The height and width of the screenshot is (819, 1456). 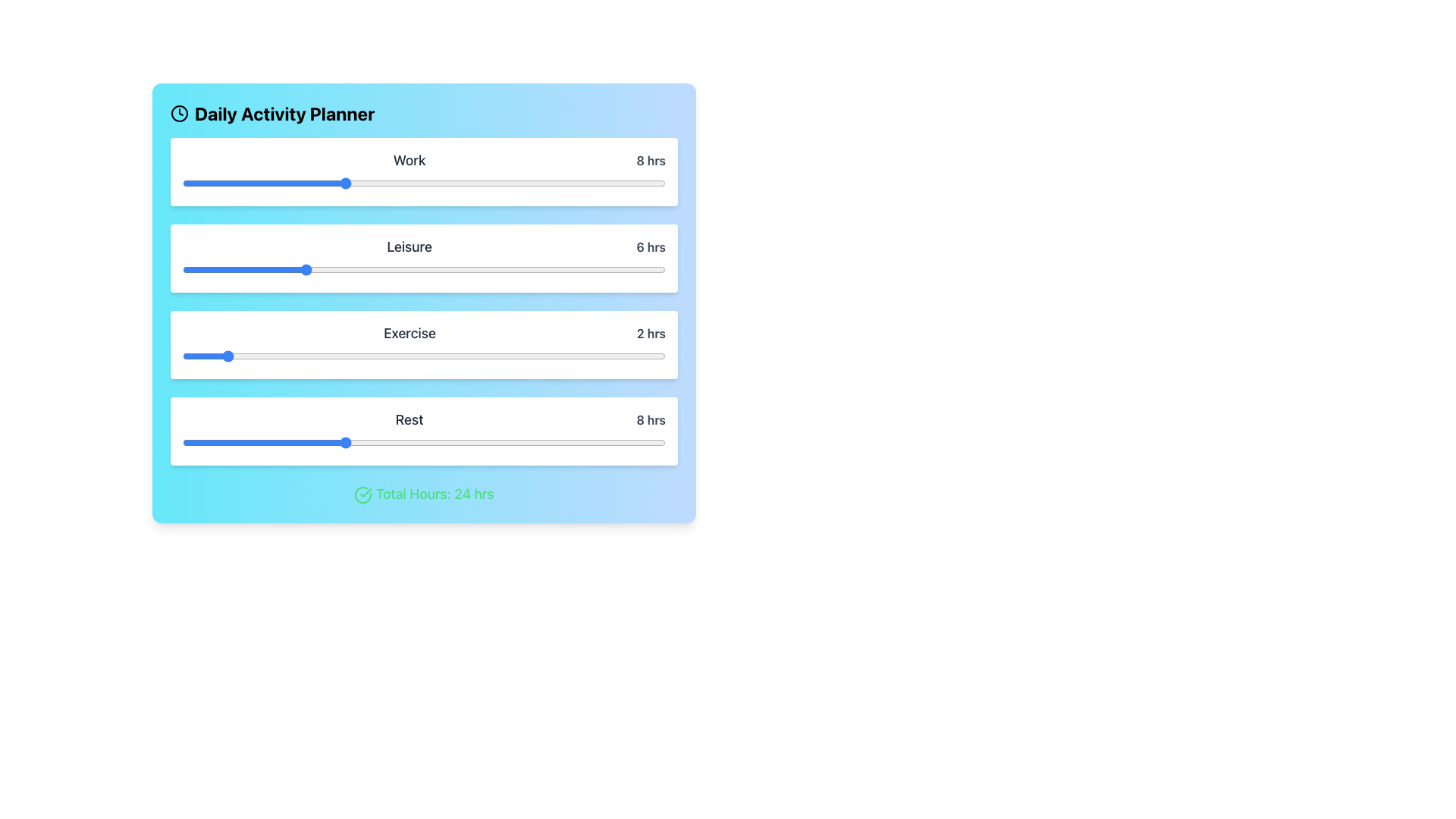 What do you see at coordinates (625, 356) in the screenshot?
I see `the Exercise duration` at bounding box center [625, 356].